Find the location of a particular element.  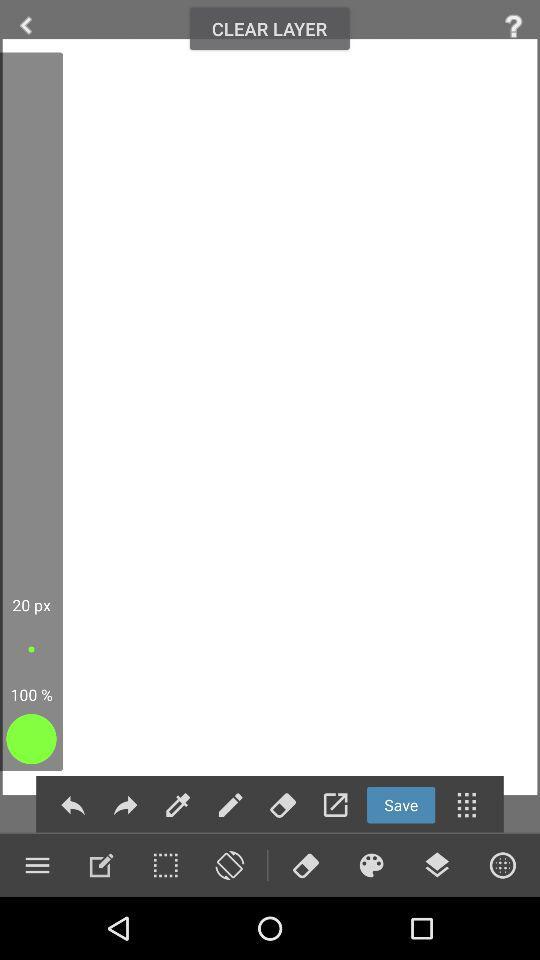

eraser is located at coordinates (305, 864).